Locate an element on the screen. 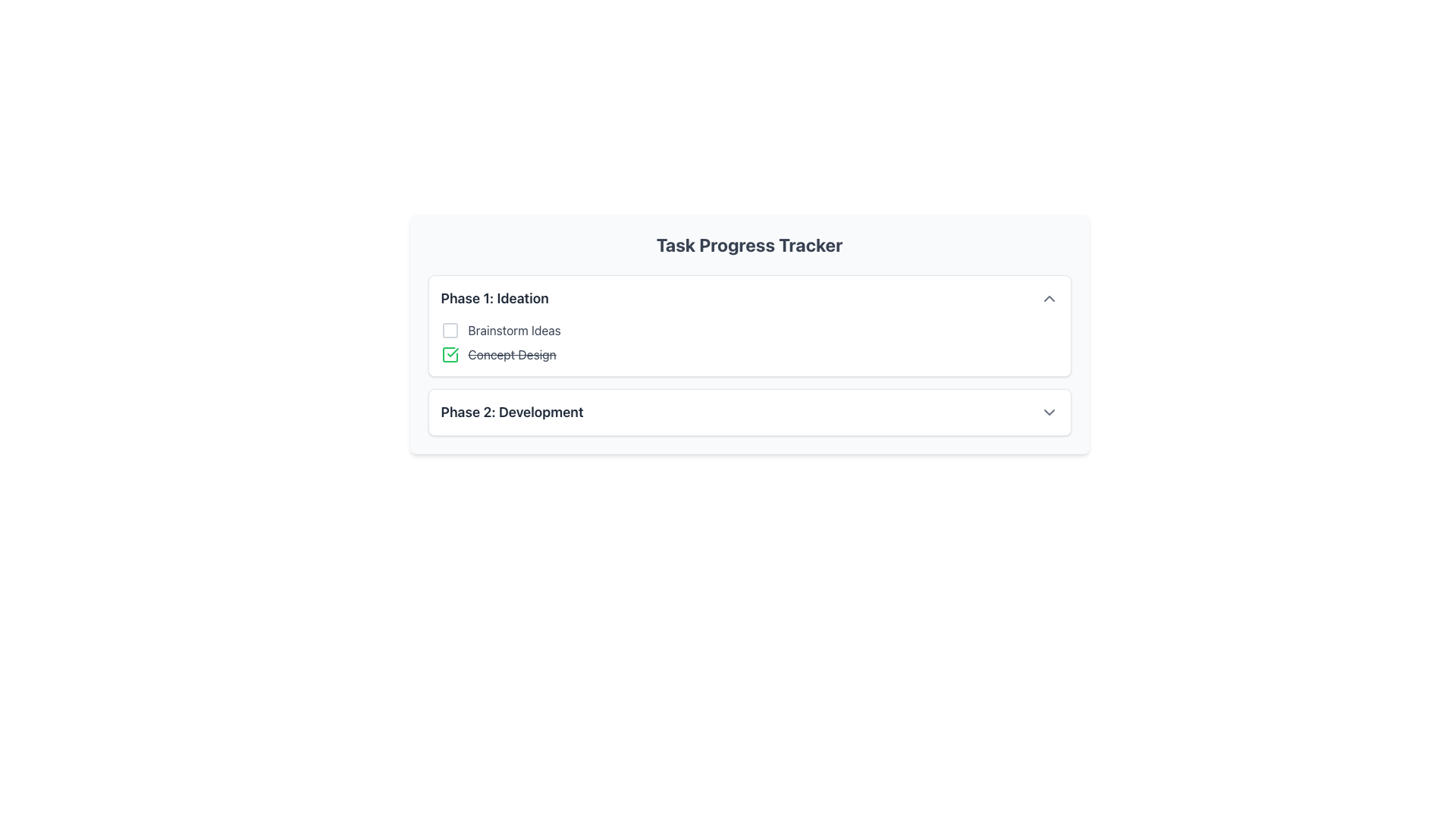 This screenshot has height=819, width=1456. the completion status icon for the 'Concept Design' task located at the top-left corner of its row in the task list under 'Phase 1: Ideation' is located at coordinates (449, 354).